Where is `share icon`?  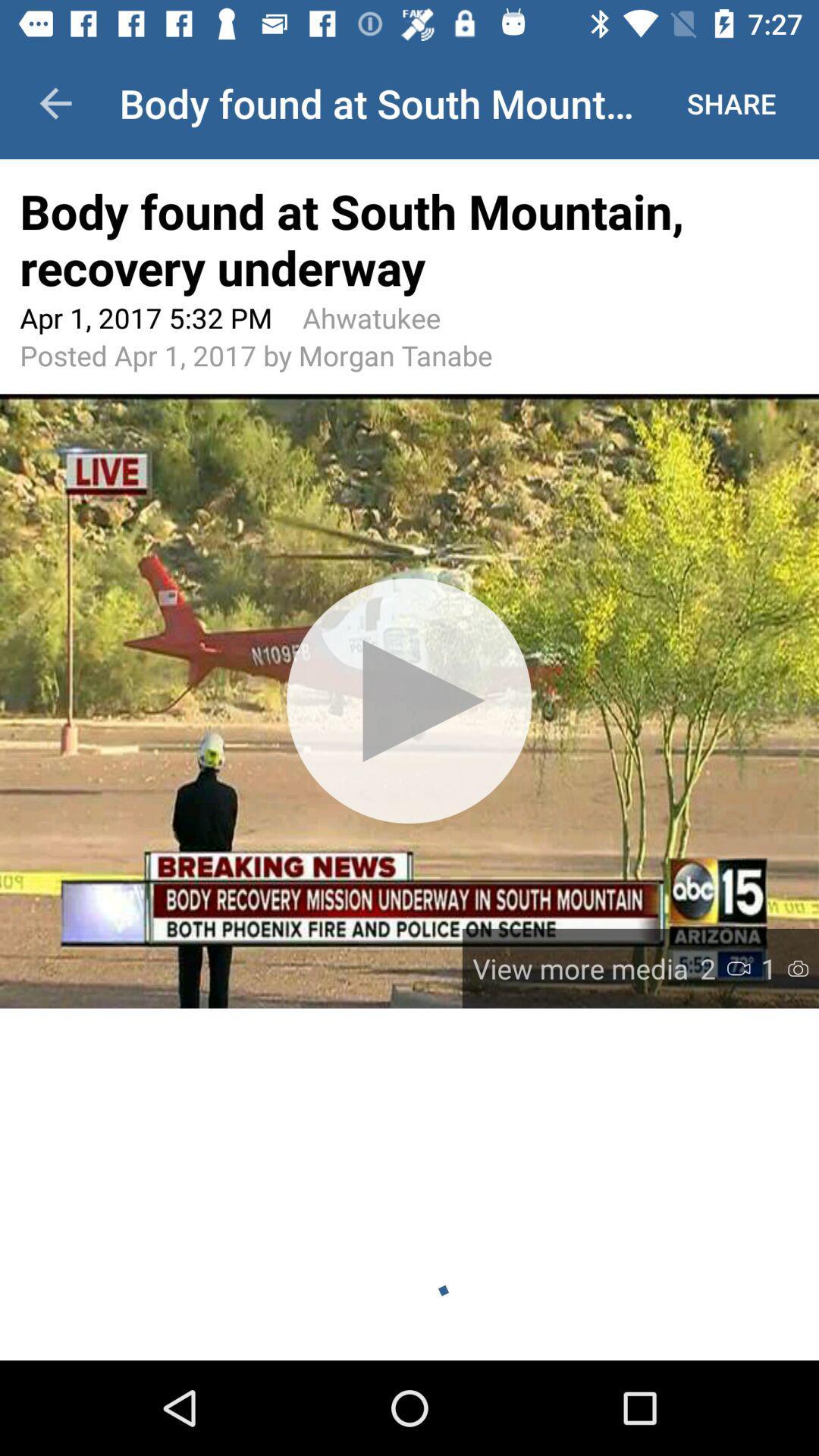 share icon is located at coordinates (730, 102).